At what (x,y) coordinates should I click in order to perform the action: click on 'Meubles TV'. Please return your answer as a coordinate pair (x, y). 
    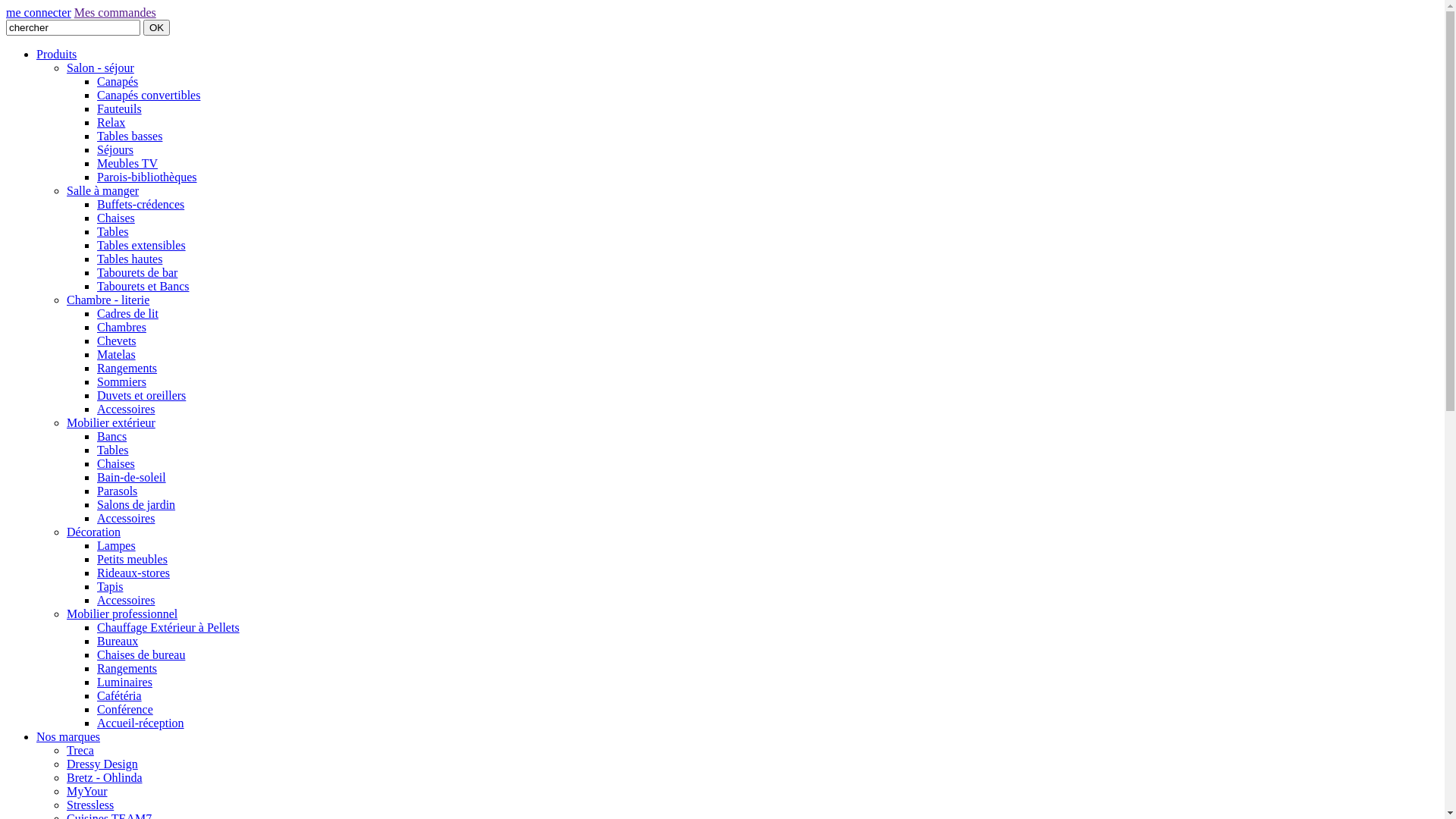
    Looking at the image, I should click on (127, 163).